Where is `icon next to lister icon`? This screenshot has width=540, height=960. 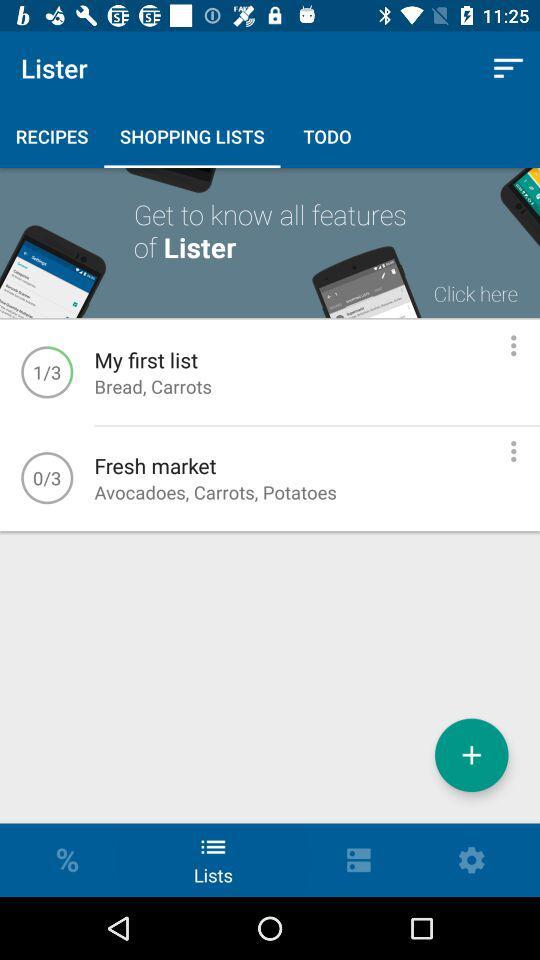
icon next to lister icon is located at coordinates (508, 68).